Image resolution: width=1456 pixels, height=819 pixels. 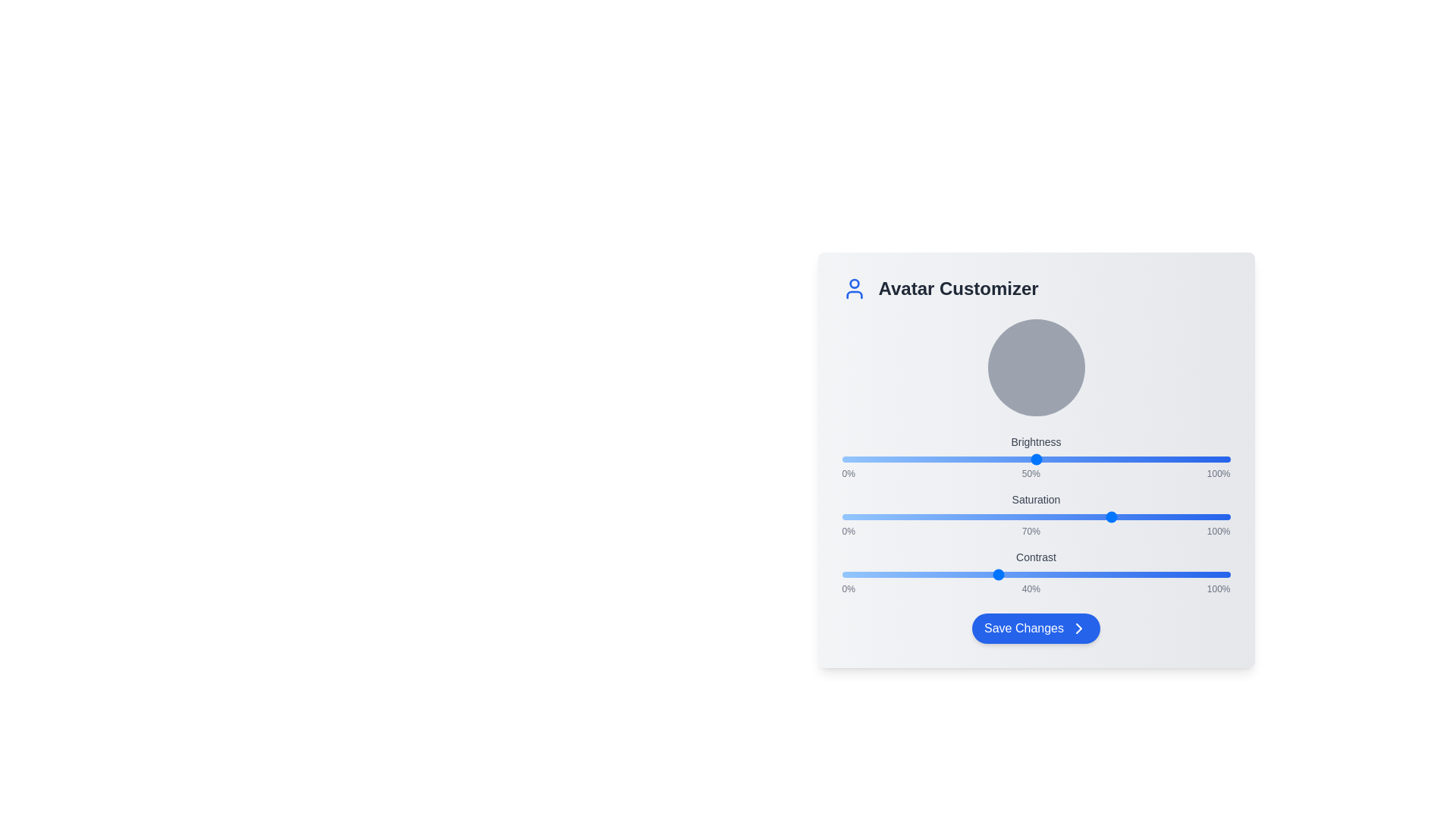 I want to click on the Saturation slider to 64%, so click(x=1090, y=516).